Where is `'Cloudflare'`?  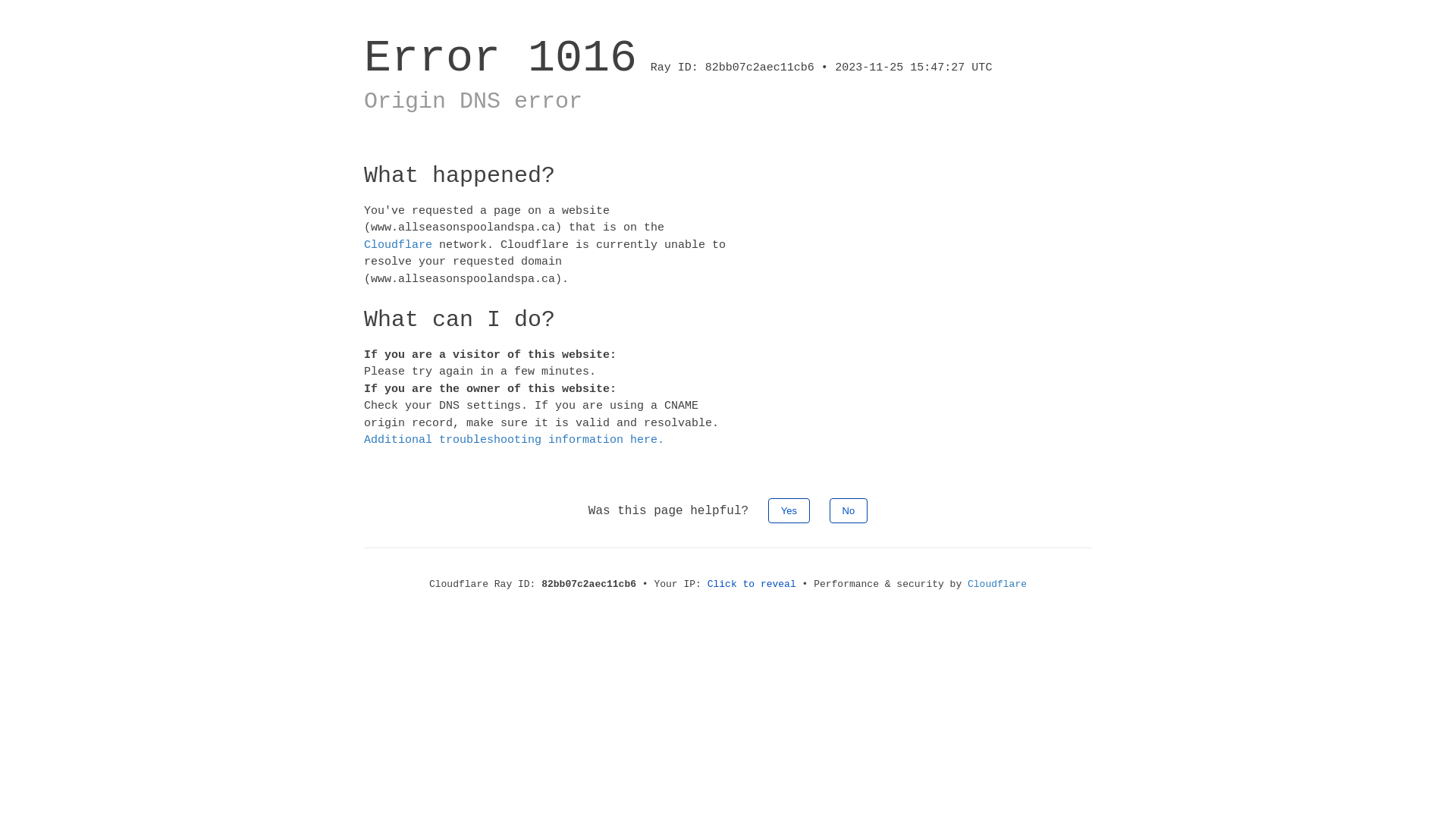
'Cloudflare' is located at coordinates (967, 582).